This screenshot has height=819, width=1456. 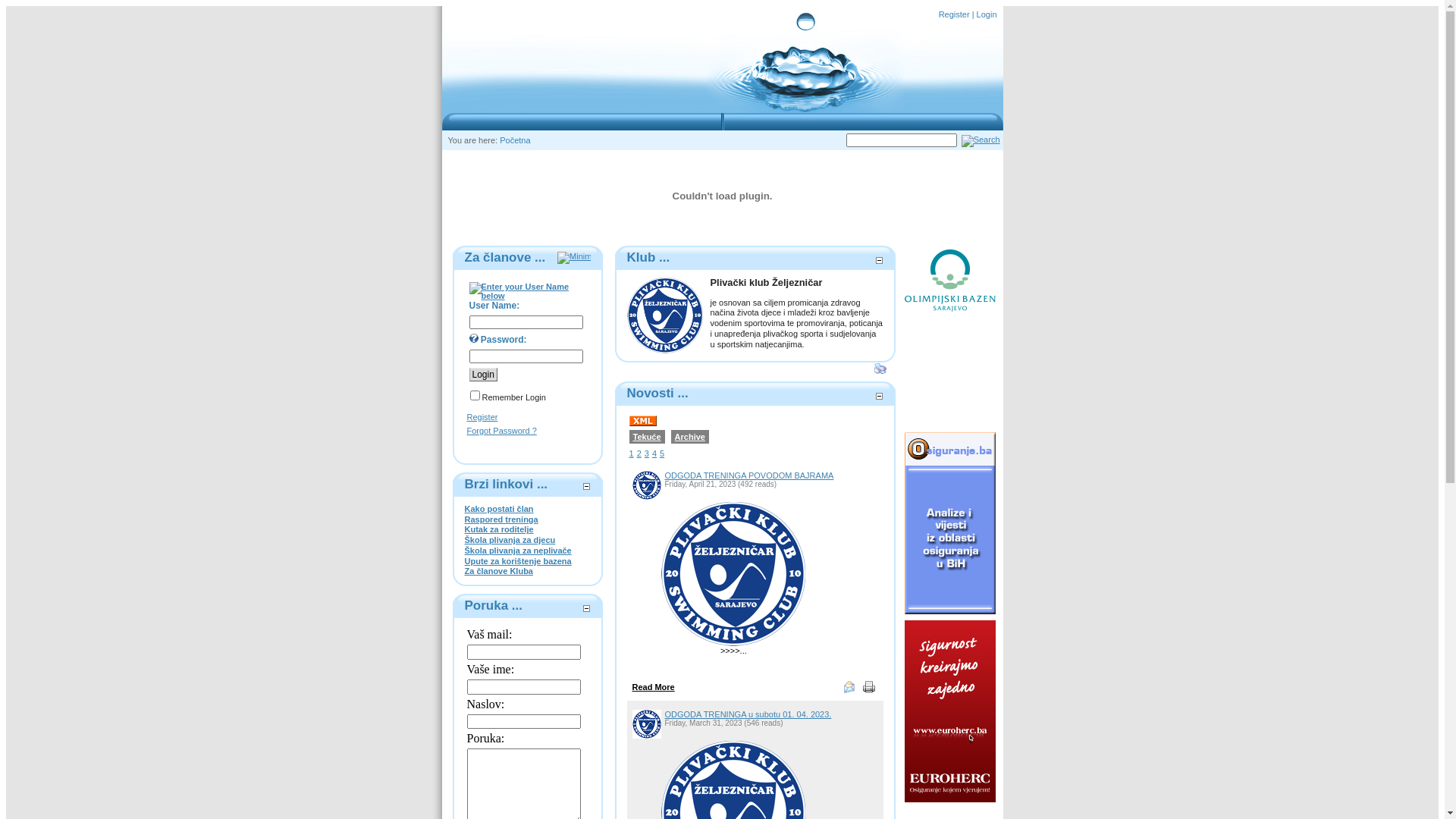 What do you see at coordinates (632, 452) in the screenshot?
I see `'1'` at bounding box center [632, 452].